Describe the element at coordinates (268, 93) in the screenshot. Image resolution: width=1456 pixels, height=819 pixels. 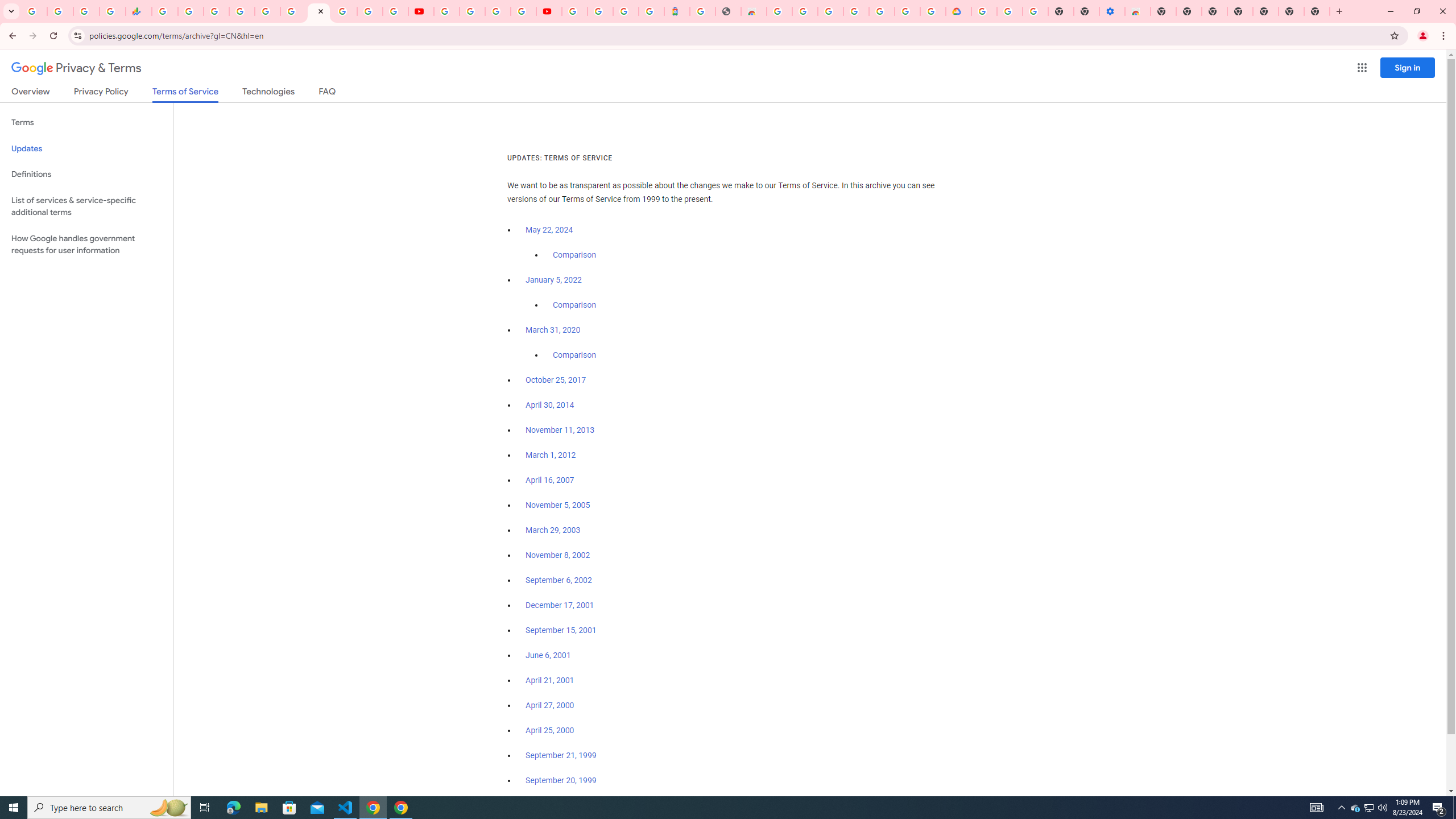
I see `'Technologies'` at that location.